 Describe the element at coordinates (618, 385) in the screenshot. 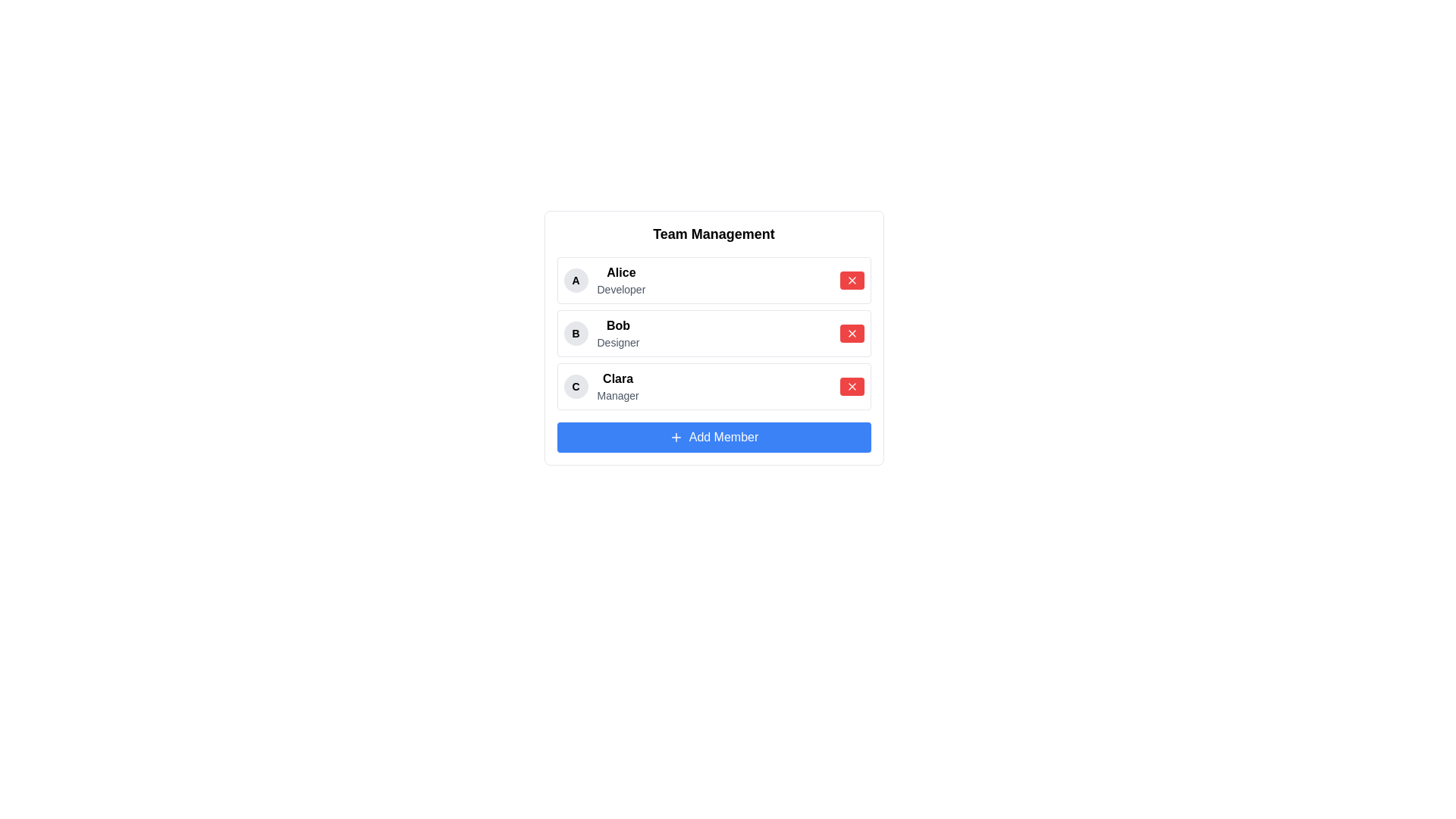

I see `the text label displaying 'Clara', who is the Manager, located in the third row of the 'Team Management' section, positioned between a circular icon with 'C' and a red button with 'X'` at that location.